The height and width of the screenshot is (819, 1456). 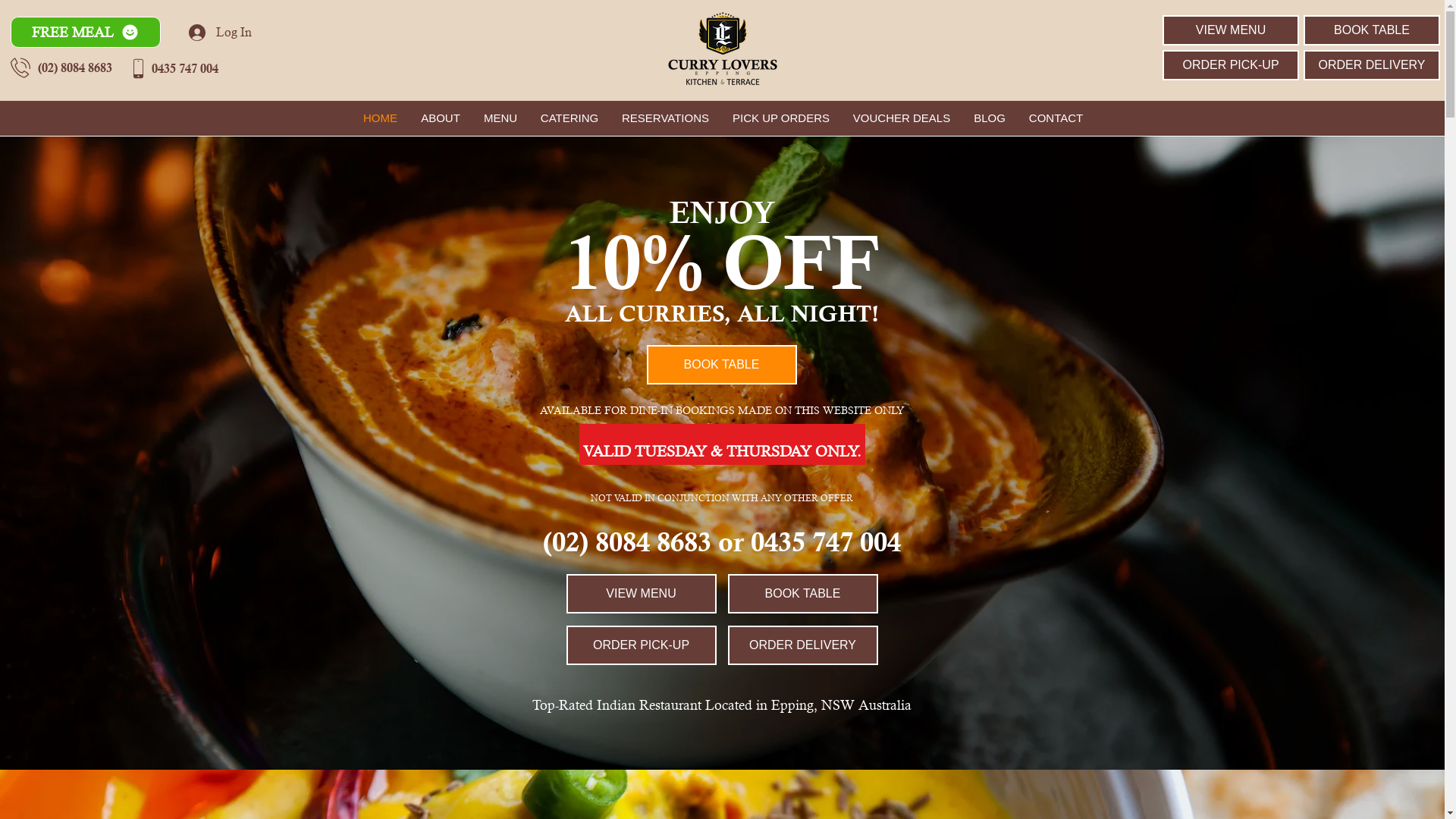 What do you see at coordinates (902, 117) in the screenshot?
I see `'VOUCHER DEALS'` at bounding box center [902, 117].